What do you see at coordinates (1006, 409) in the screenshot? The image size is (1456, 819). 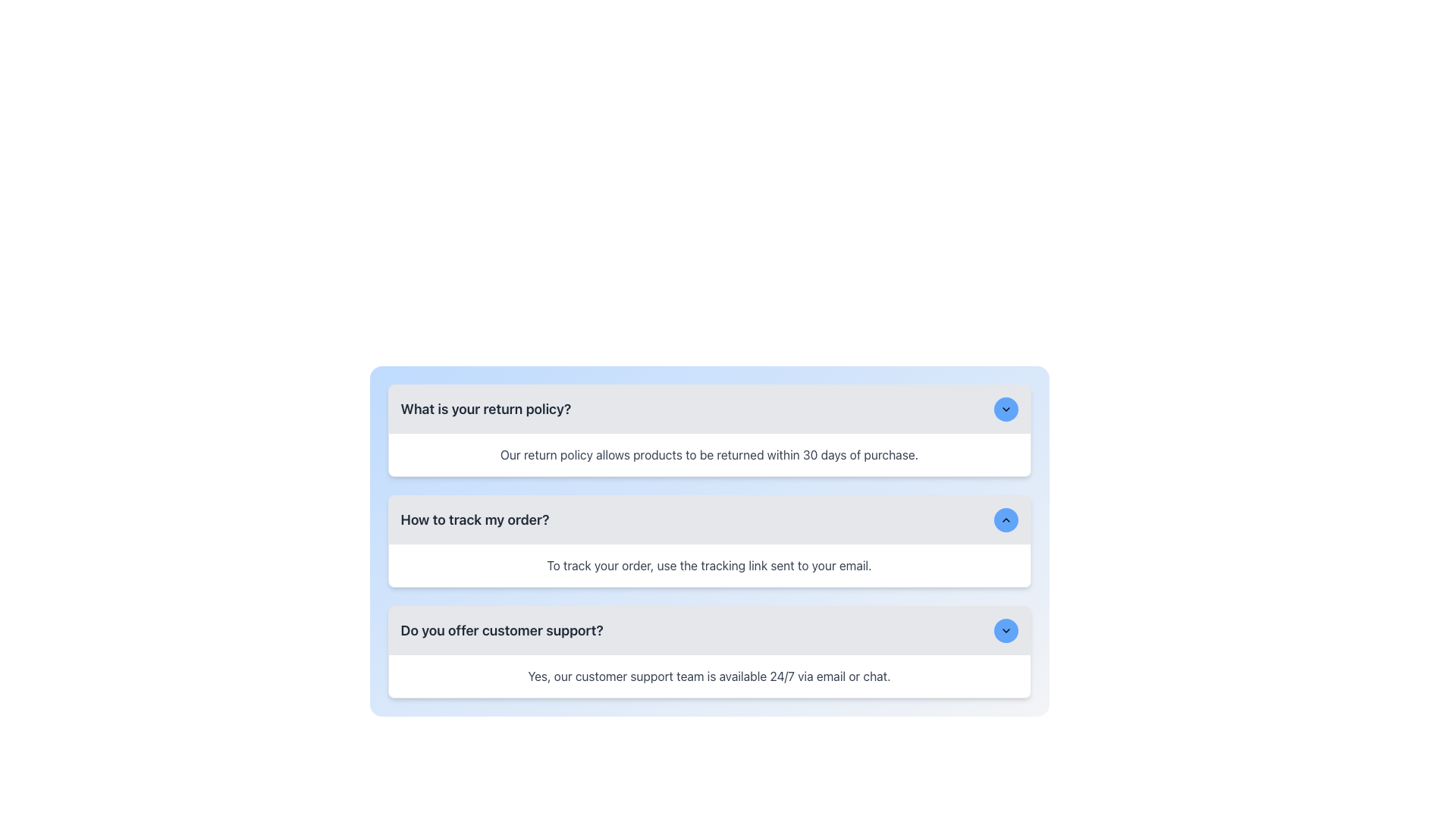 I see `the chevron icon located at the right edge of the card containing the question 'What is your return policy?'` at bounding box center [1006, 409].